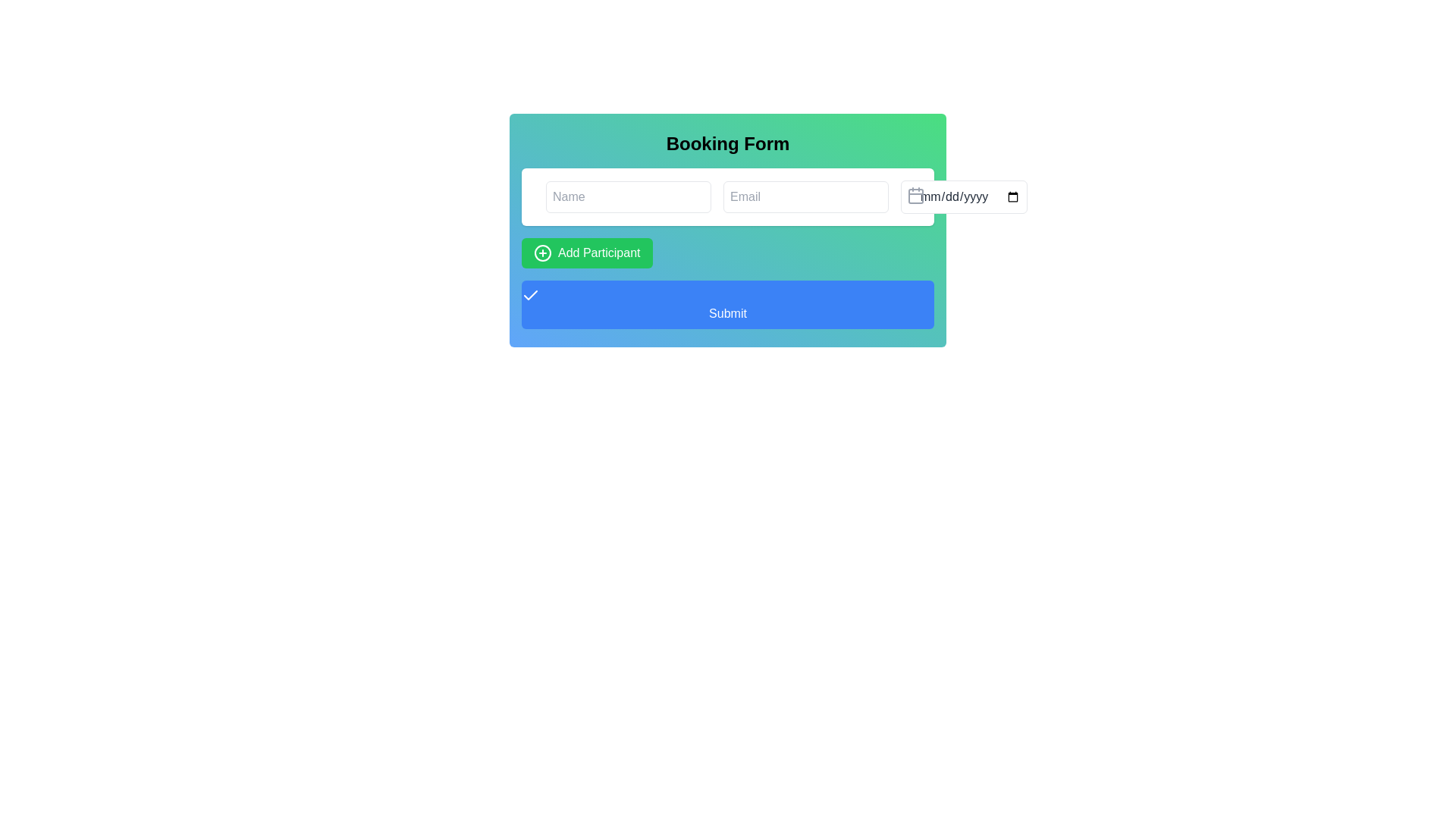 This screenshot has width=1456, height=819. I want to click on the SVG circle representing the addition action in the 'Add Participant' feature, located at the center of the 'Add Participant' button, so click(542, 253).